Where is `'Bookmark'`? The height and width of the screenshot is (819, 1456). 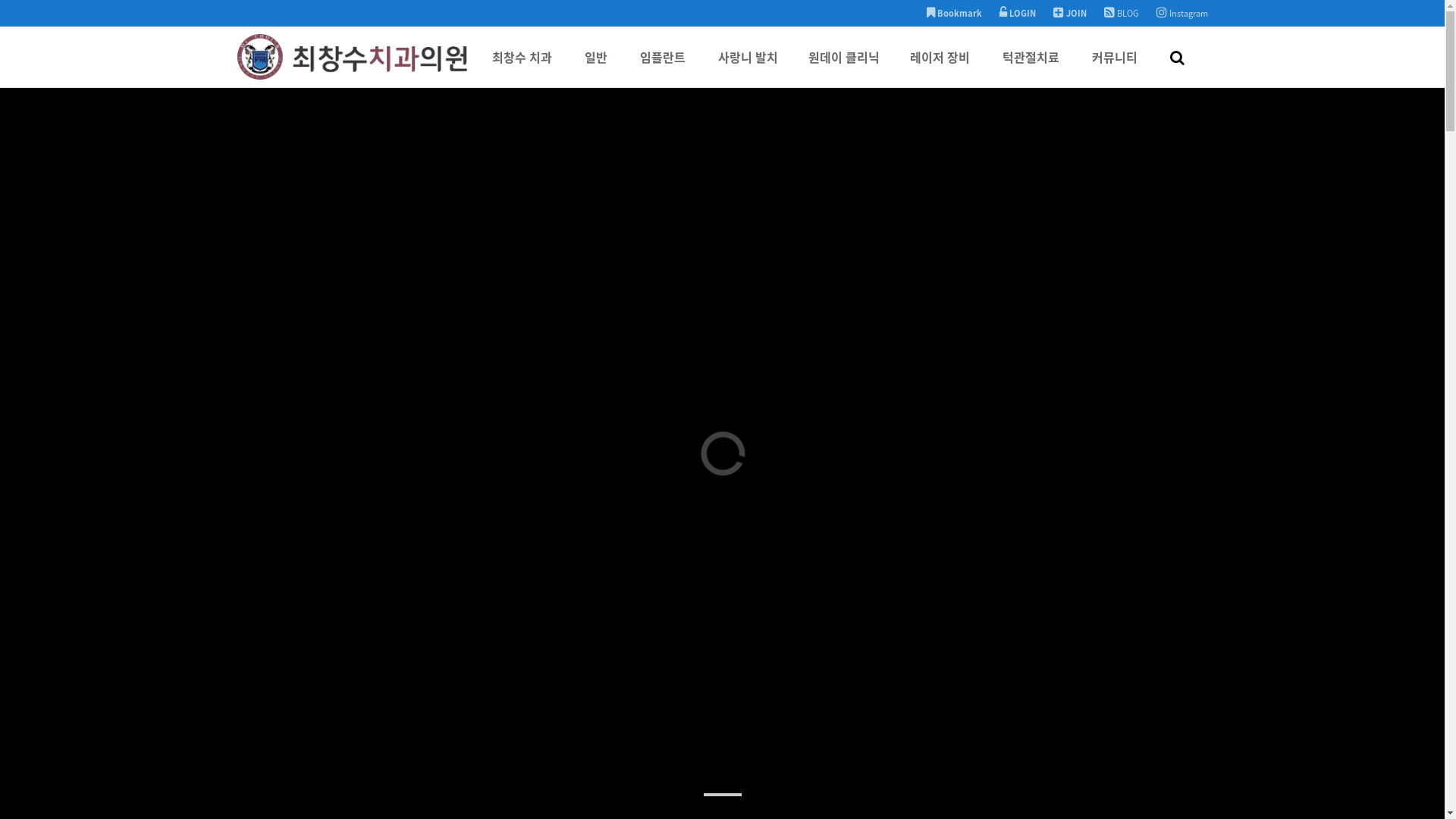 'Bookmark' is located at coordinates (953, 13).